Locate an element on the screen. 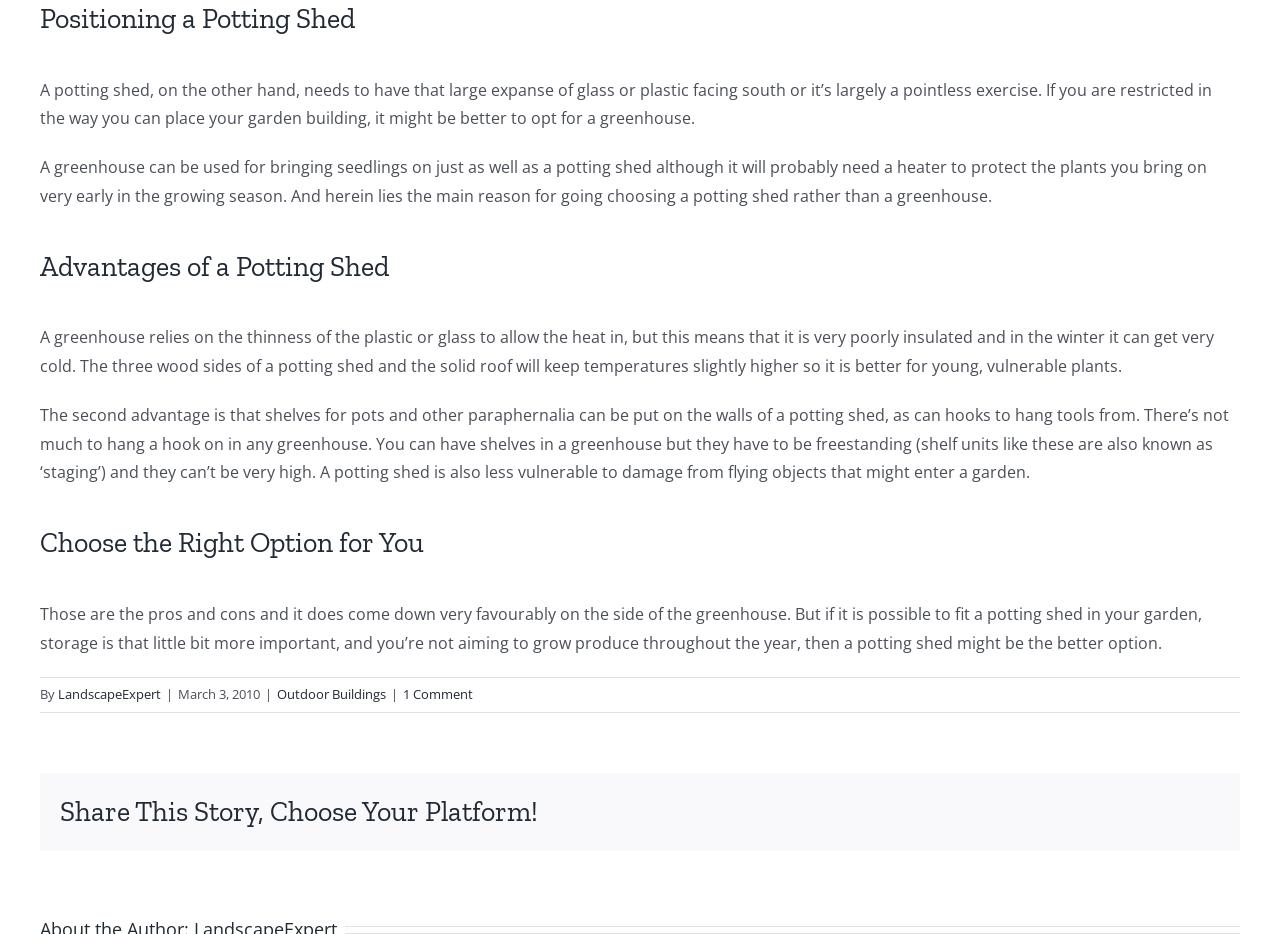  'Advantages of a Potting Shed' is located at coordinates (214, 265).